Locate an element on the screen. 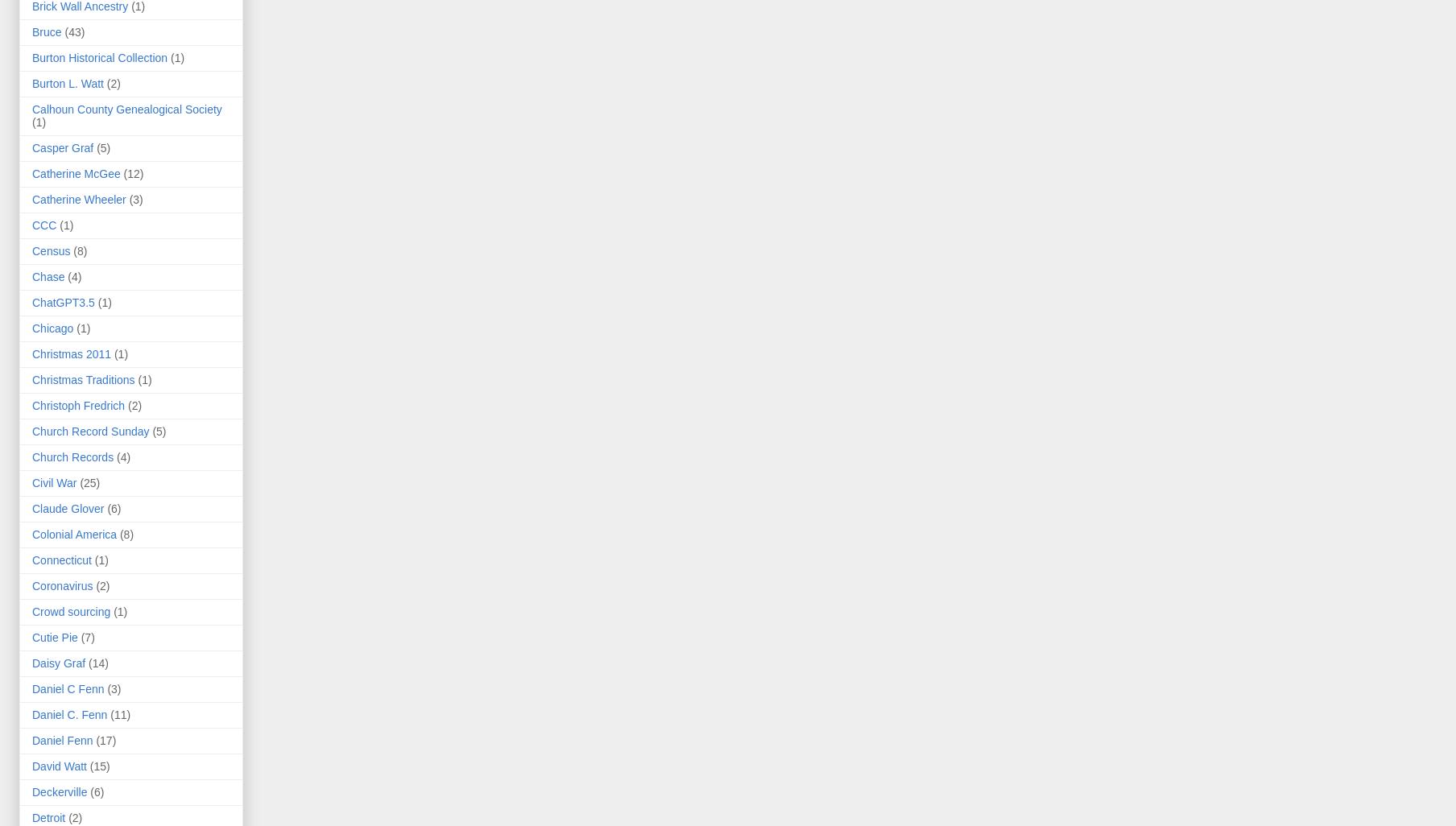 The width and height of the screenshot is (1456, 826). 'Christmas 2011' is located at coordinates (70, 353).